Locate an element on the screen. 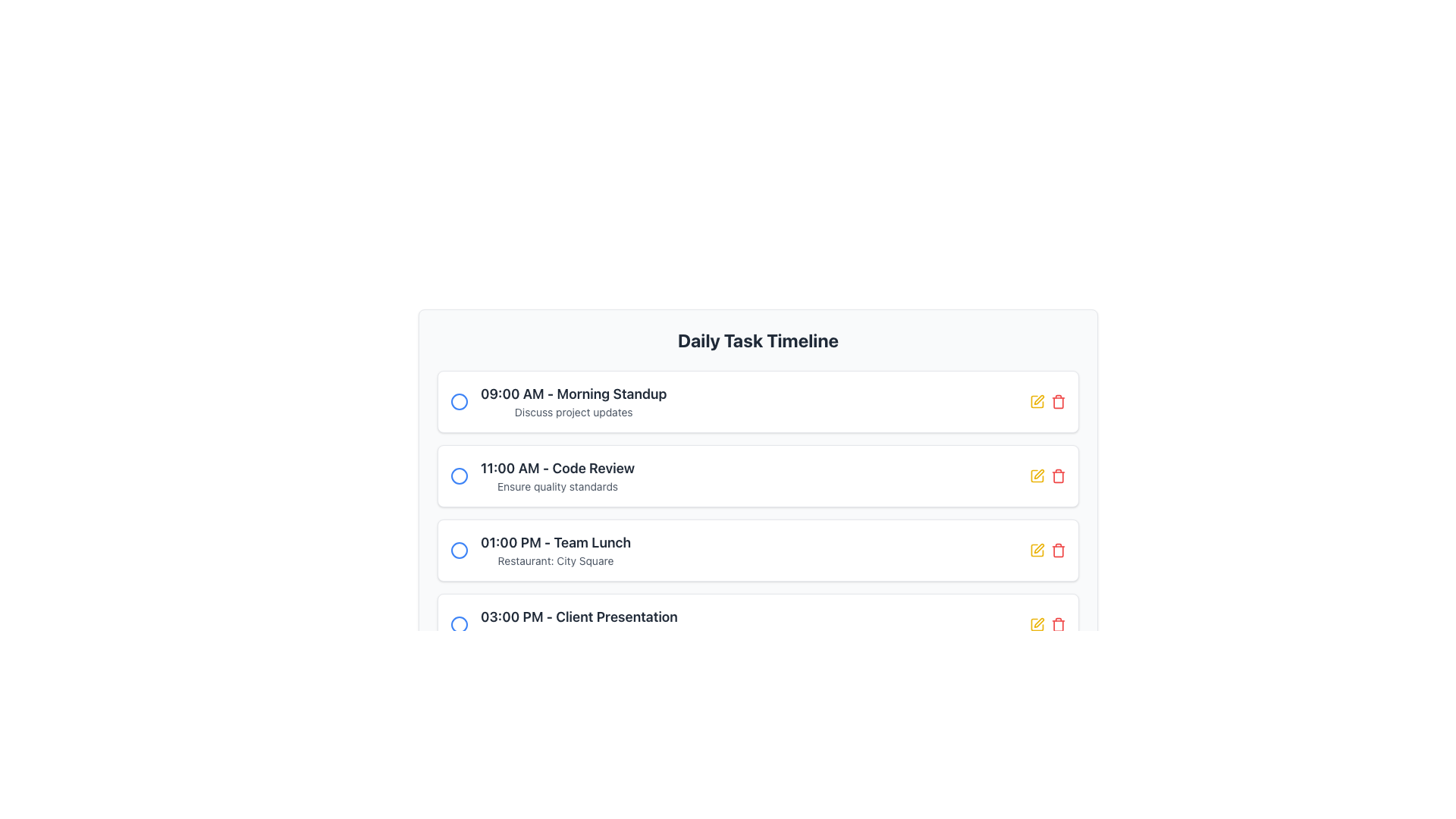 The image size is (1456, 819). the circular marker with a blue border and white fill located to the left of the text '01:00 PM - Team Lunch' in the third entry of the list is located at coordinates (458, 550).